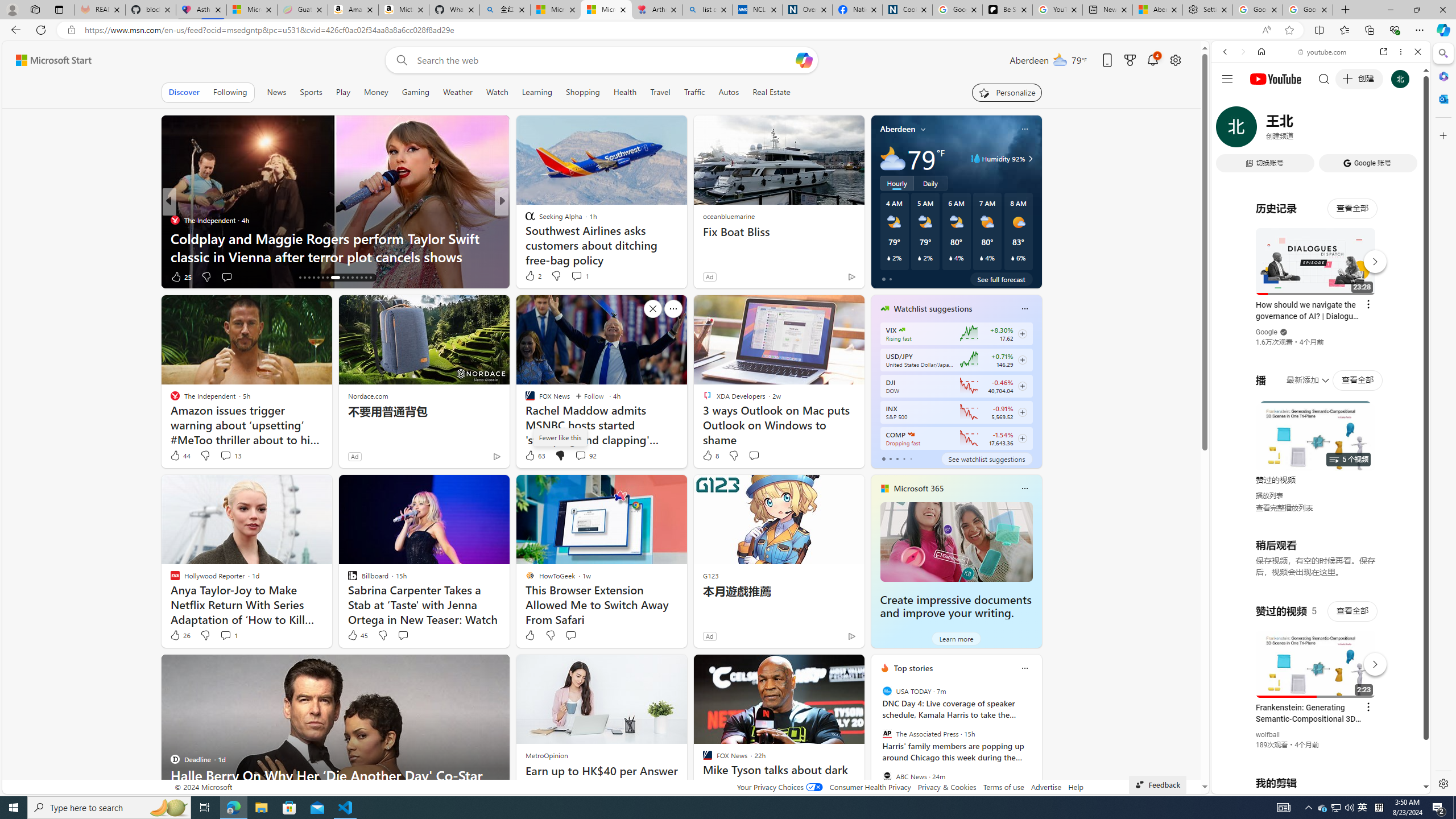  What do you see at coordinates (907, 9) in the screenshot?
I see `'Cookies'` at bounding box center [907, 9].